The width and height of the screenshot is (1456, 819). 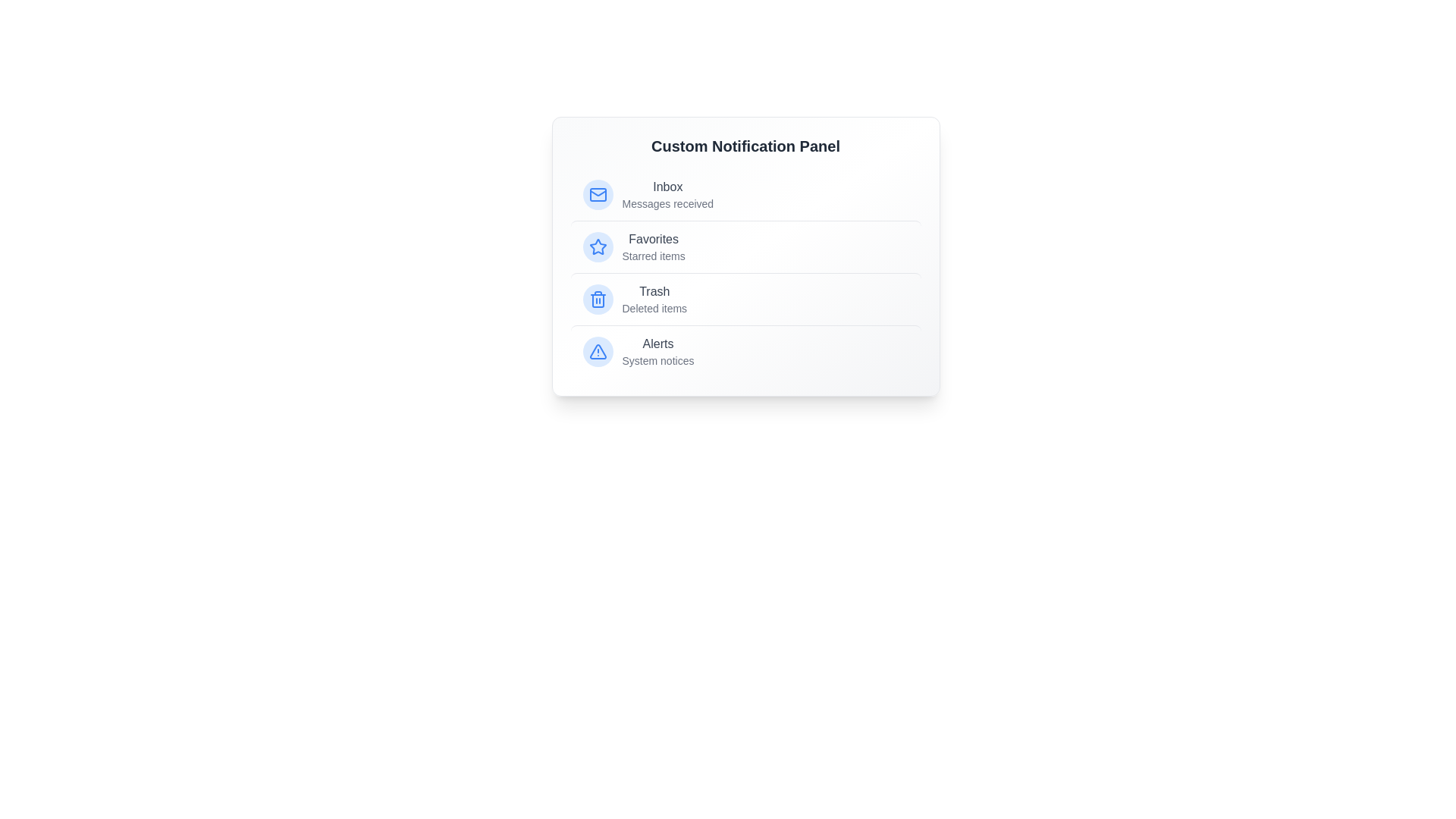 What do you see at coordinates (597, 194) in the screenshot?
I see `the icon associated with the list item Inbox` at bounding box center [597, 194].